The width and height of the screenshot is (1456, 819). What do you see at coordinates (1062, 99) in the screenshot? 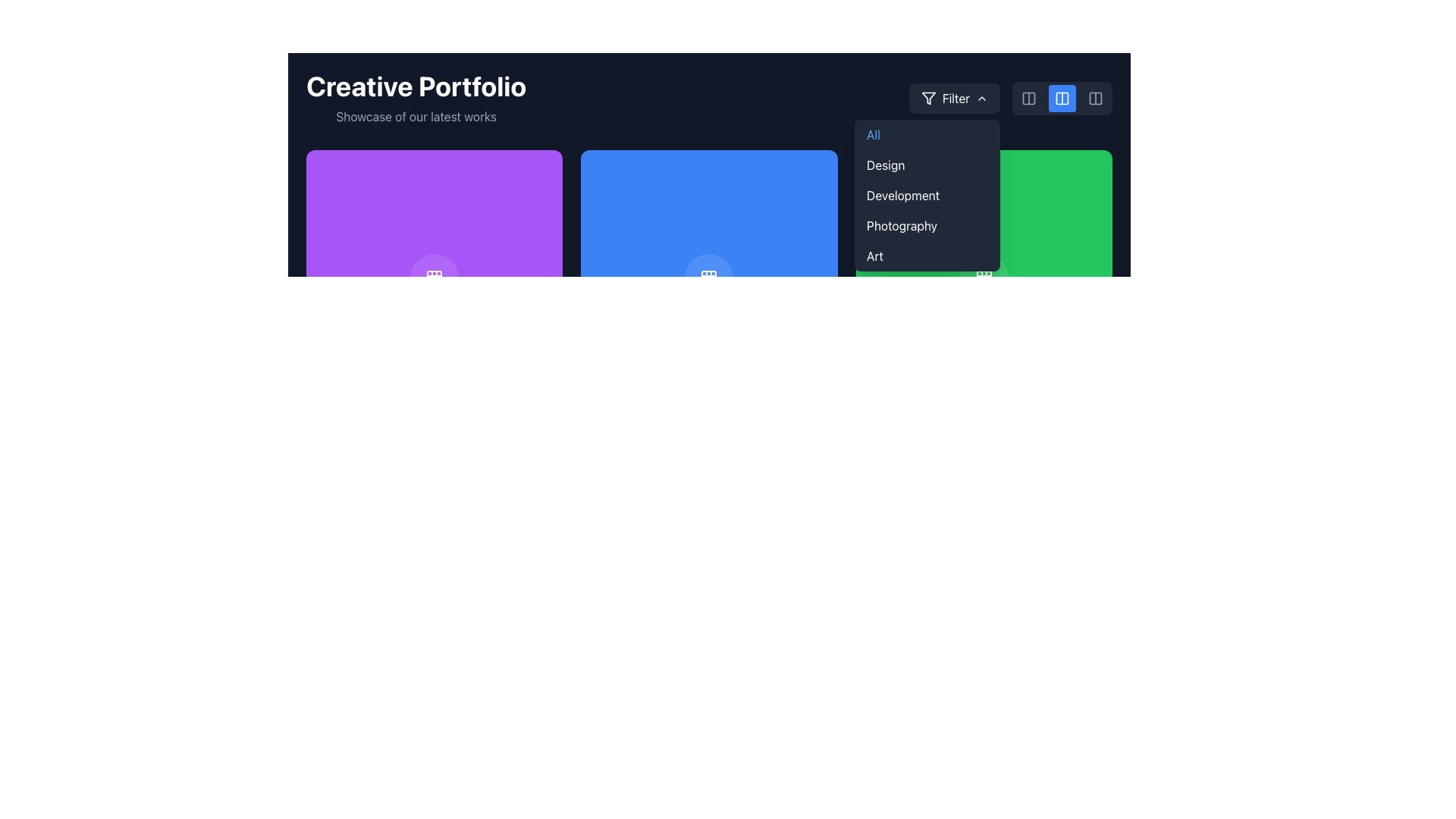
I see `the Interactive Button located in the top-right section of the interface` at bounding box center [1062, 99].